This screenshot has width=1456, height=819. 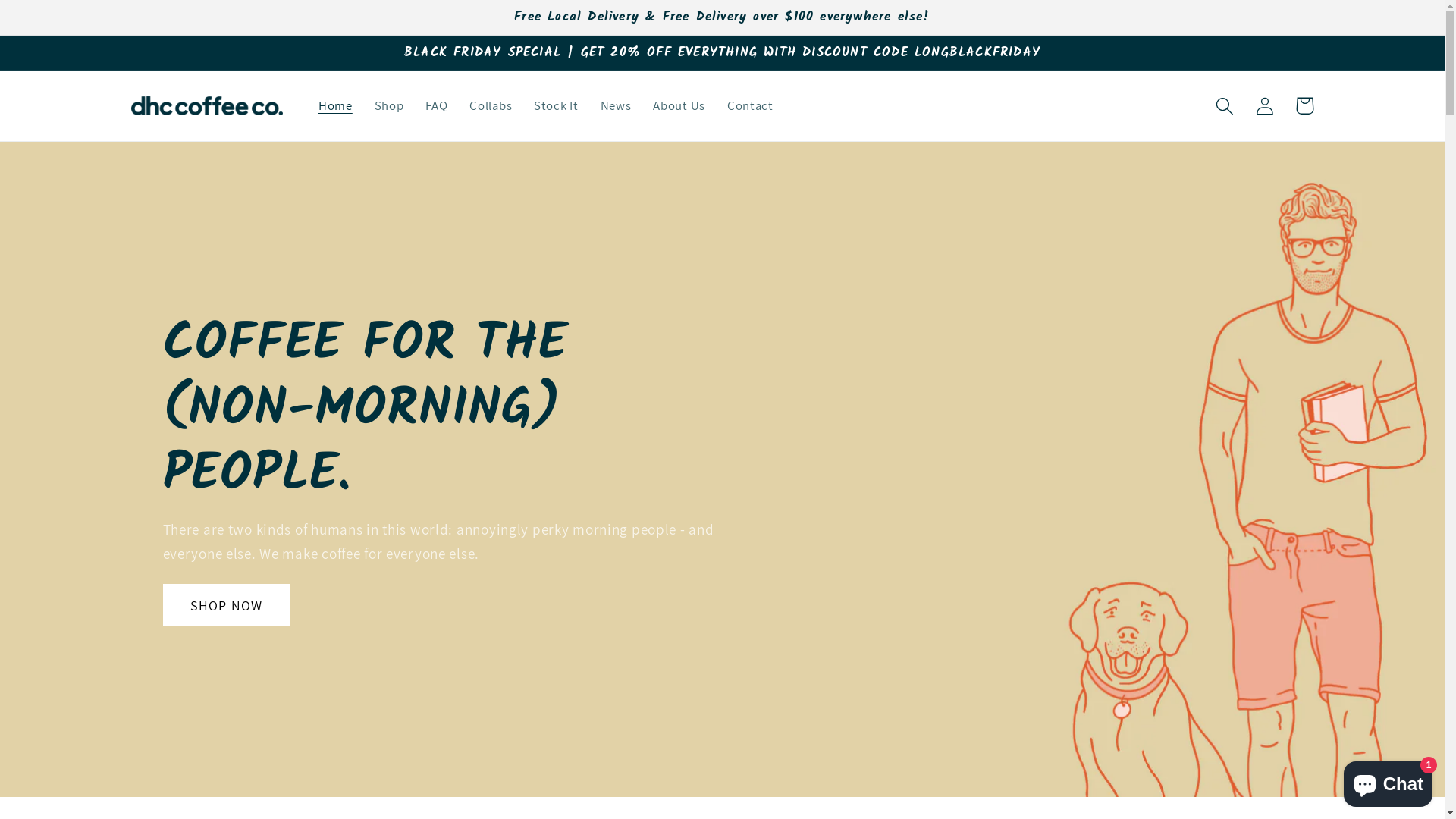 I want to click on 'Log in', so click(x=1264, y=105).